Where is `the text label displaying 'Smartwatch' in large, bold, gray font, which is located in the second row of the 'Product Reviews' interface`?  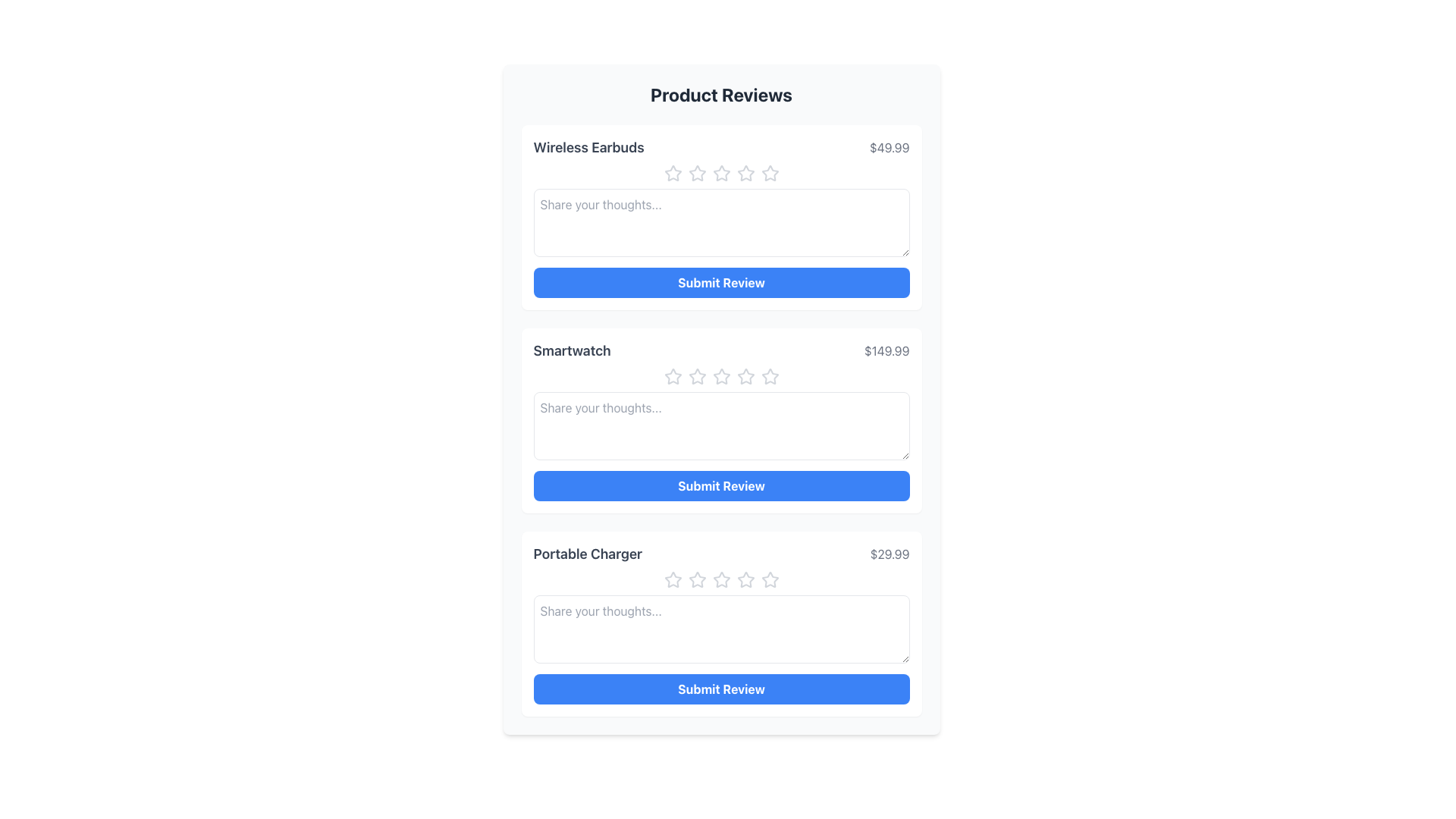 the text label displaying 'Smartwatch' in large, bold, gray font, which is located in the second row of the 'Product Reviews' interface is located at coordinates (571, 350).